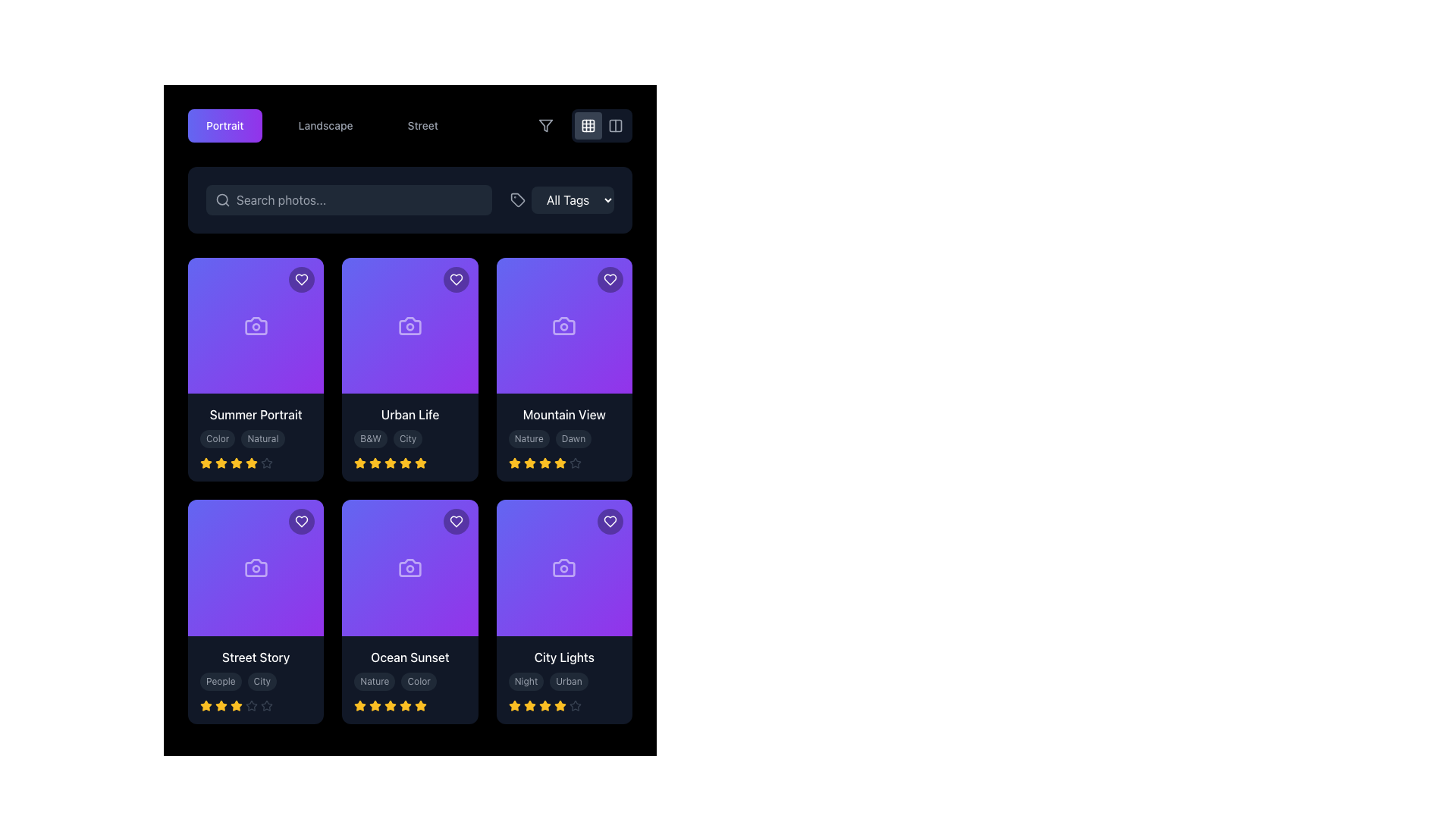  Describe the element at coordinates (421, 705) in the screenshot. I see `the fifth star in the 5-star rating system on the 'Ocean Sunset' card` at that location.